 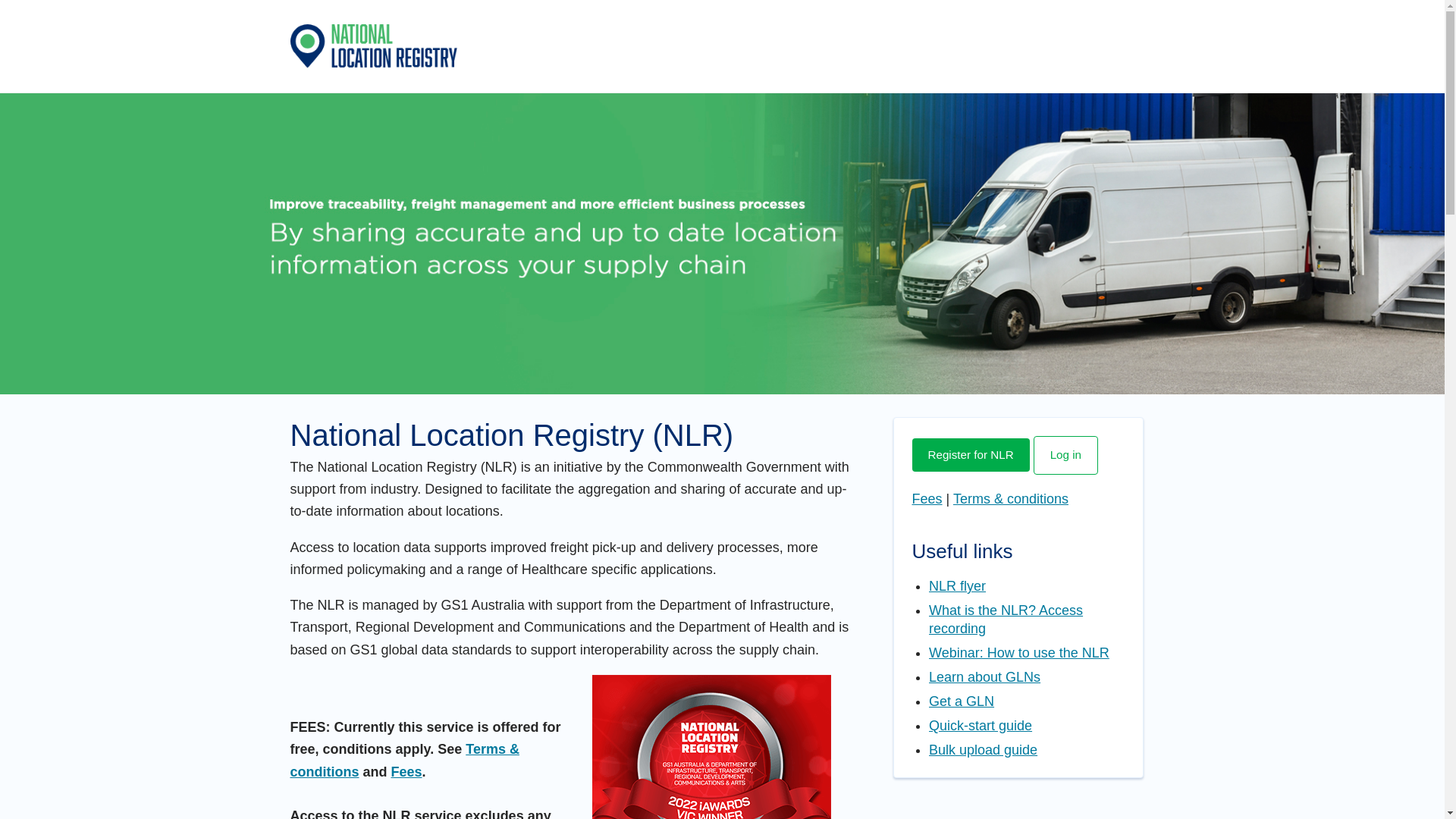 I want to click on 'Terms & conditions', so click(x=952, y=499).